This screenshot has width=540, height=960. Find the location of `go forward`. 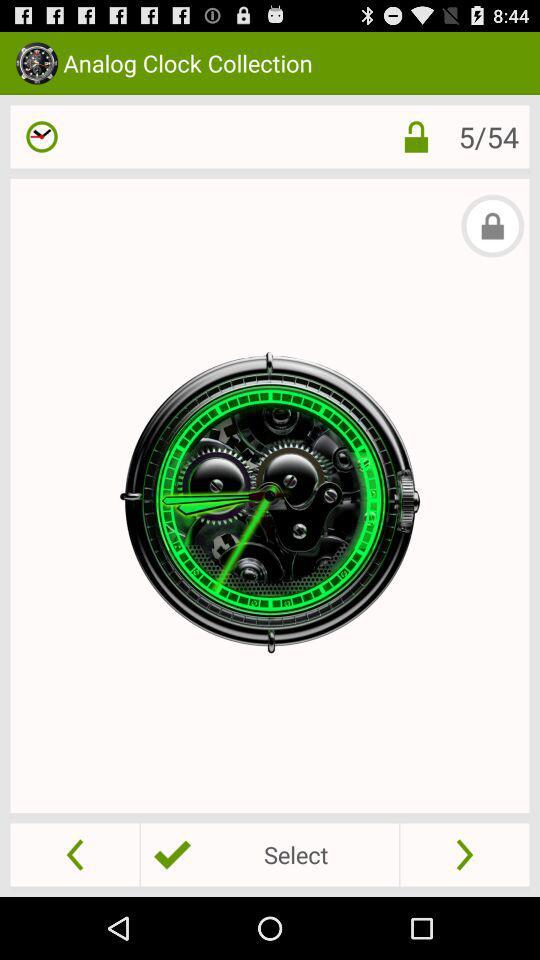

go forward is located at coordinates (464, 853).